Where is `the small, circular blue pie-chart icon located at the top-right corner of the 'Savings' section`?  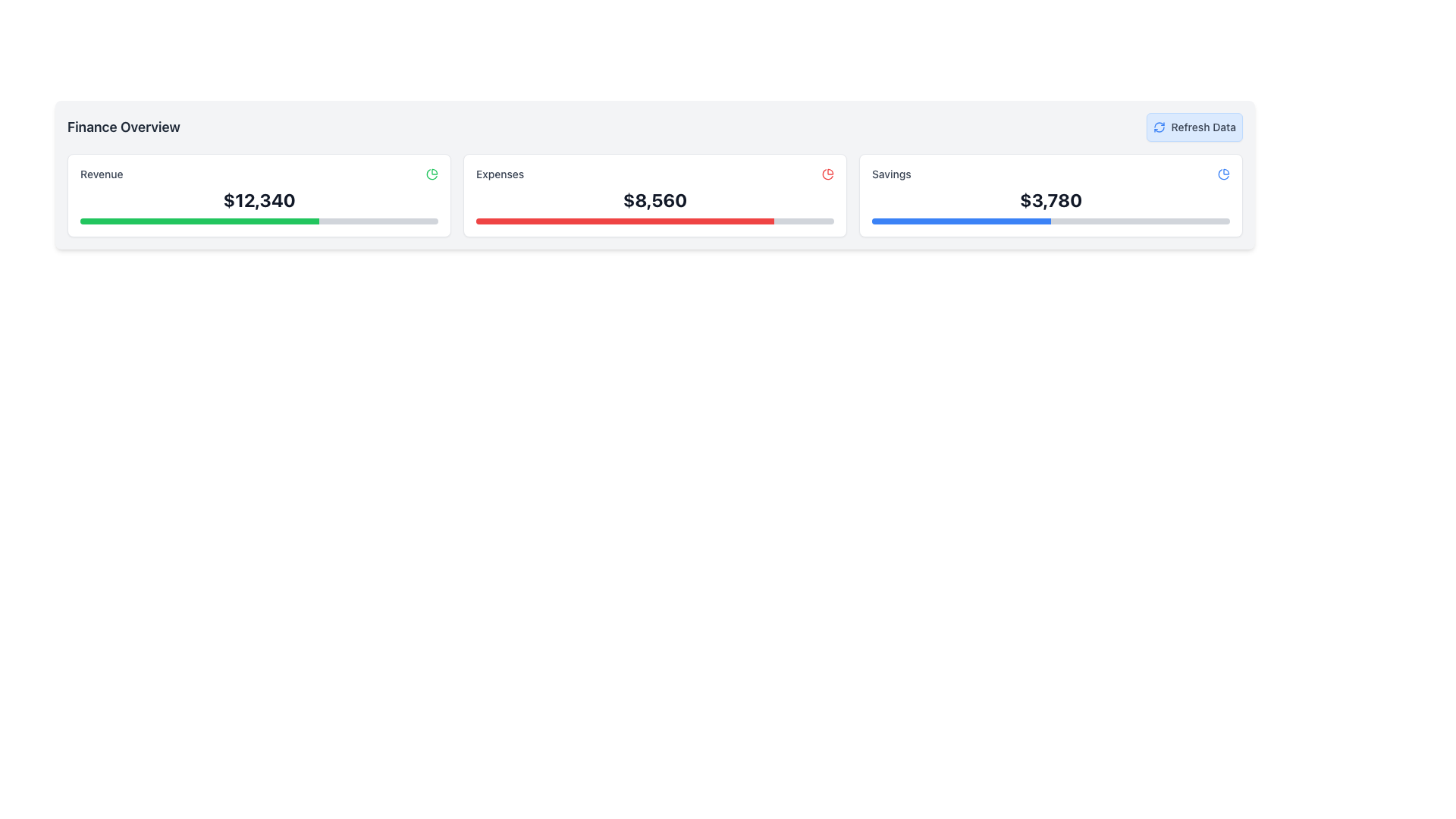 the small, circular blue pie-chart icon located at the top-right corner of the 'Savings' section is located at coordinates (1223, 174).